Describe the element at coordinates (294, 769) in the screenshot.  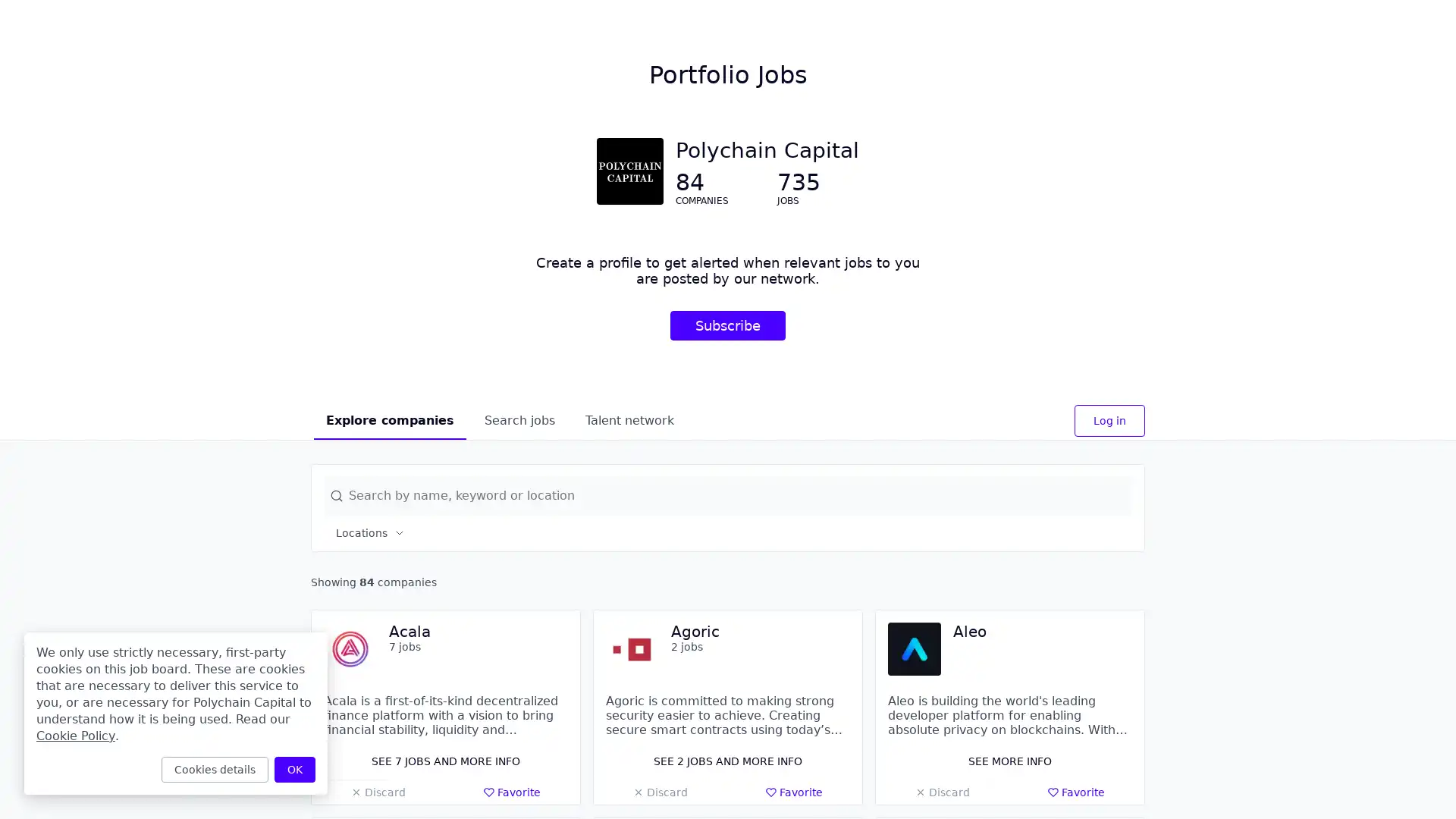
I see `OK` at that location.